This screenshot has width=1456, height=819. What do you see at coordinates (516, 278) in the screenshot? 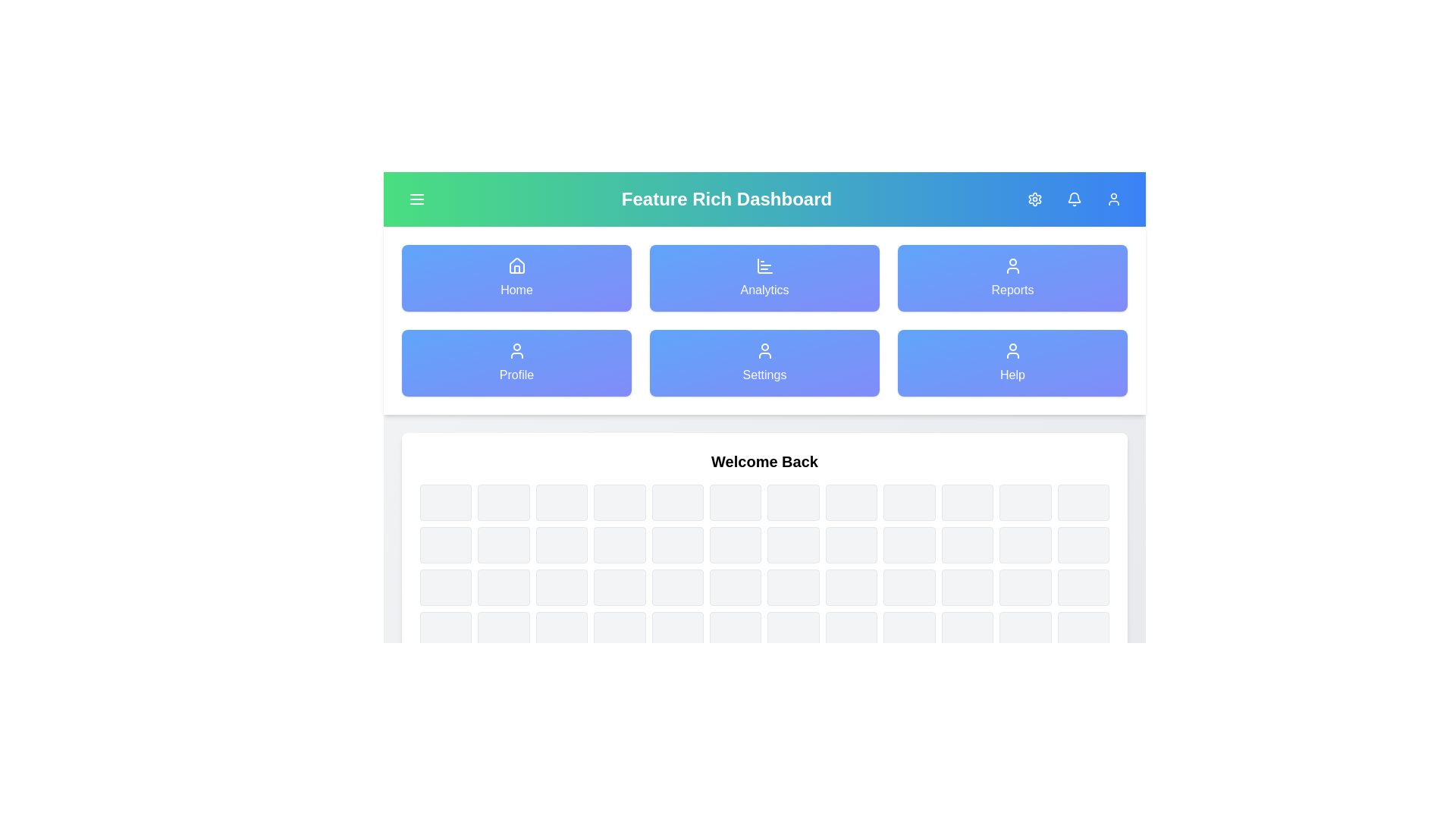
I see `the navigation item labeled Home` at bounding box center [516, 278].